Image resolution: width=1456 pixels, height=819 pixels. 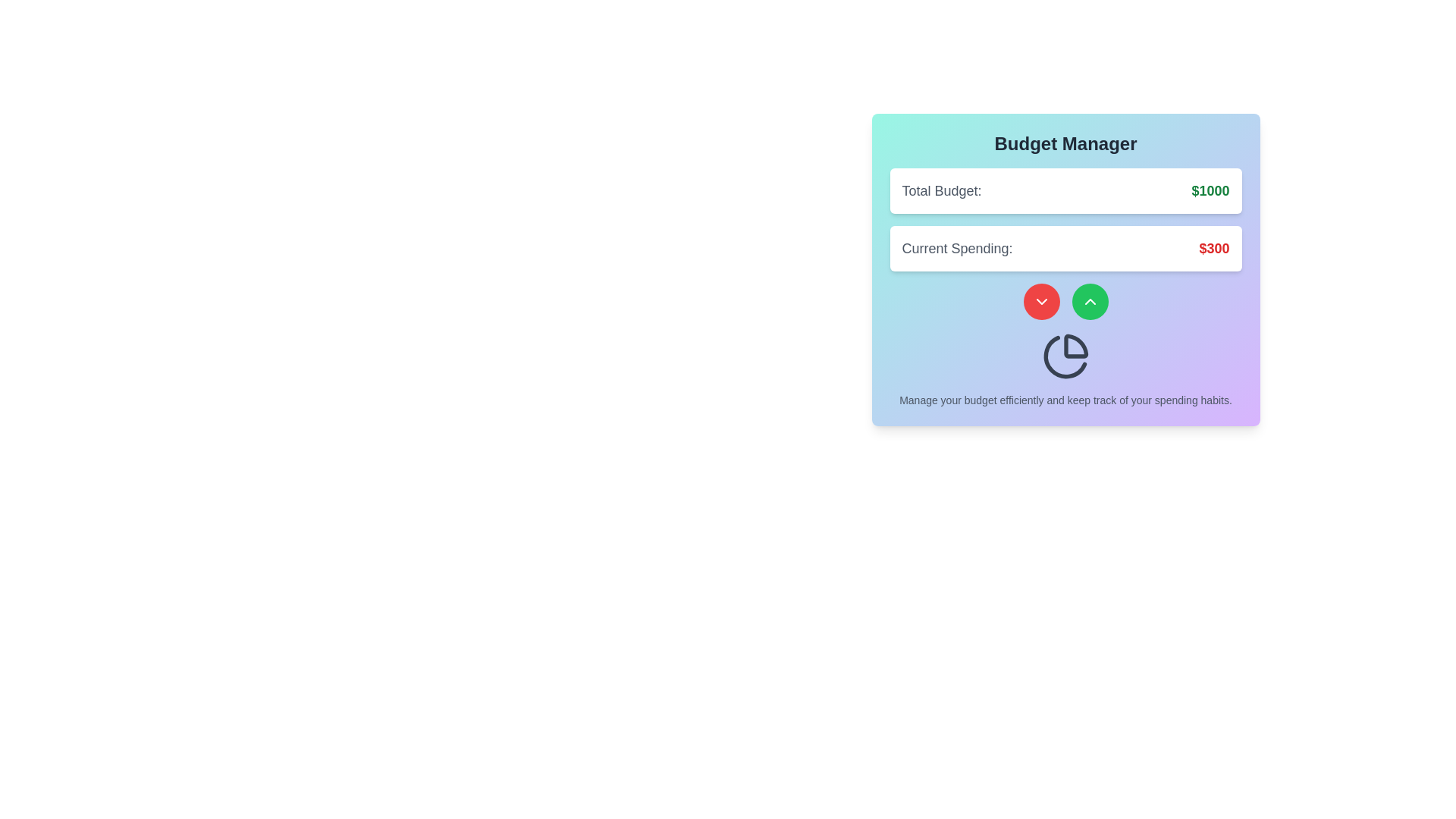 What do you see at coordinates (1065, 247) in the screenshot?
I see `the Information display card that shows 'Current Spending' on the left and '$300' on the right, located under the 'Total Budget' card in the 'Budget Manager' component` at bounding box center [1065, 247].